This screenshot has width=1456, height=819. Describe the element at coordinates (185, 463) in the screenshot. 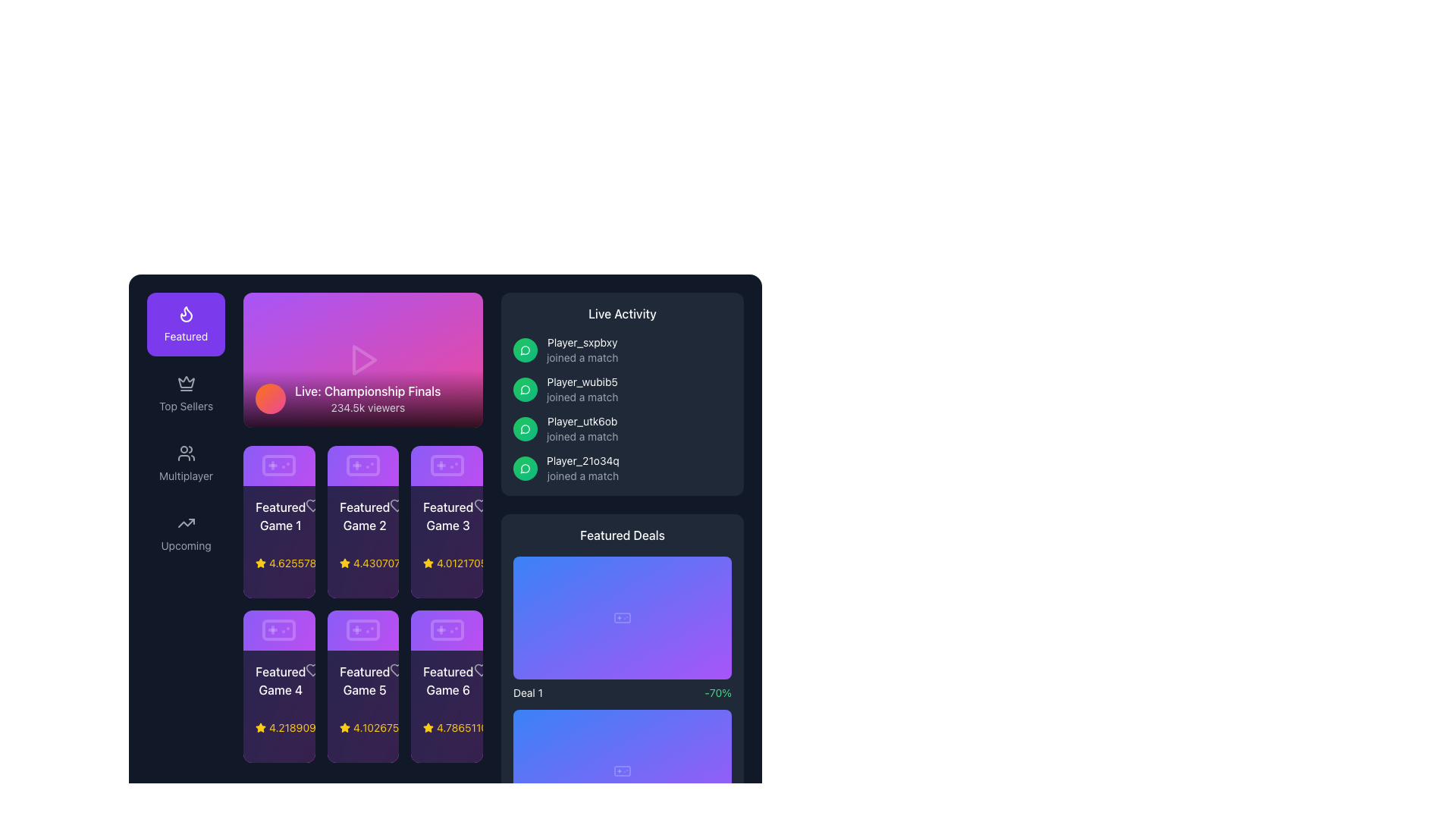

I see `the multiplayer navigation button located in the vertical menu on the left side of the interface, which is the third item below 'Top Sellers' and above 'Upcoming' to trigger a visual change` at that location.